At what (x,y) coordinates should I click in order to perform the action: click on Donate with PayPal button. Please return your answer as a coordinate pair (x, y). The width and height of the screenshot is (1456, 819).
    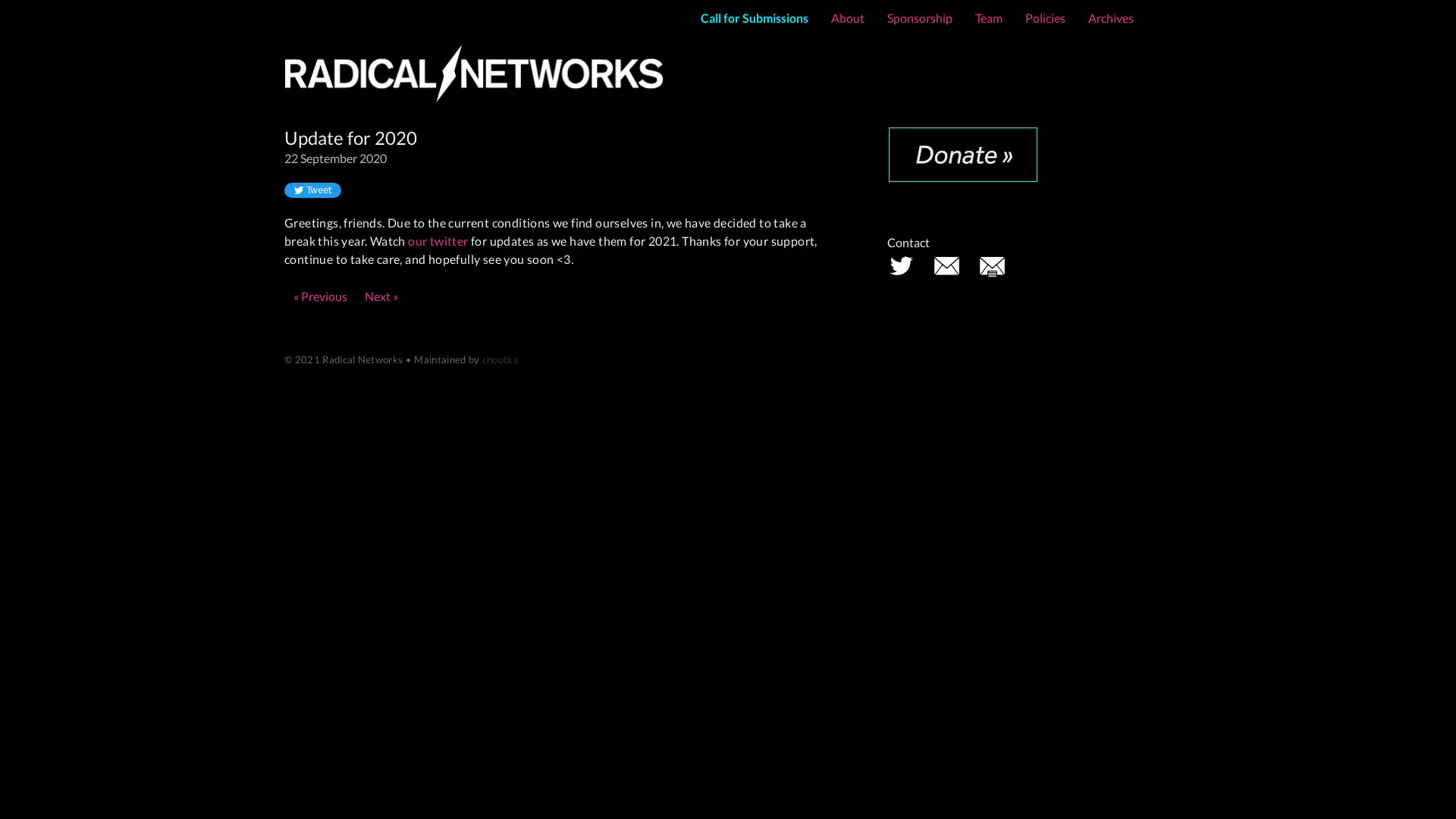
    Looking at the image, I should click on (962, 155).